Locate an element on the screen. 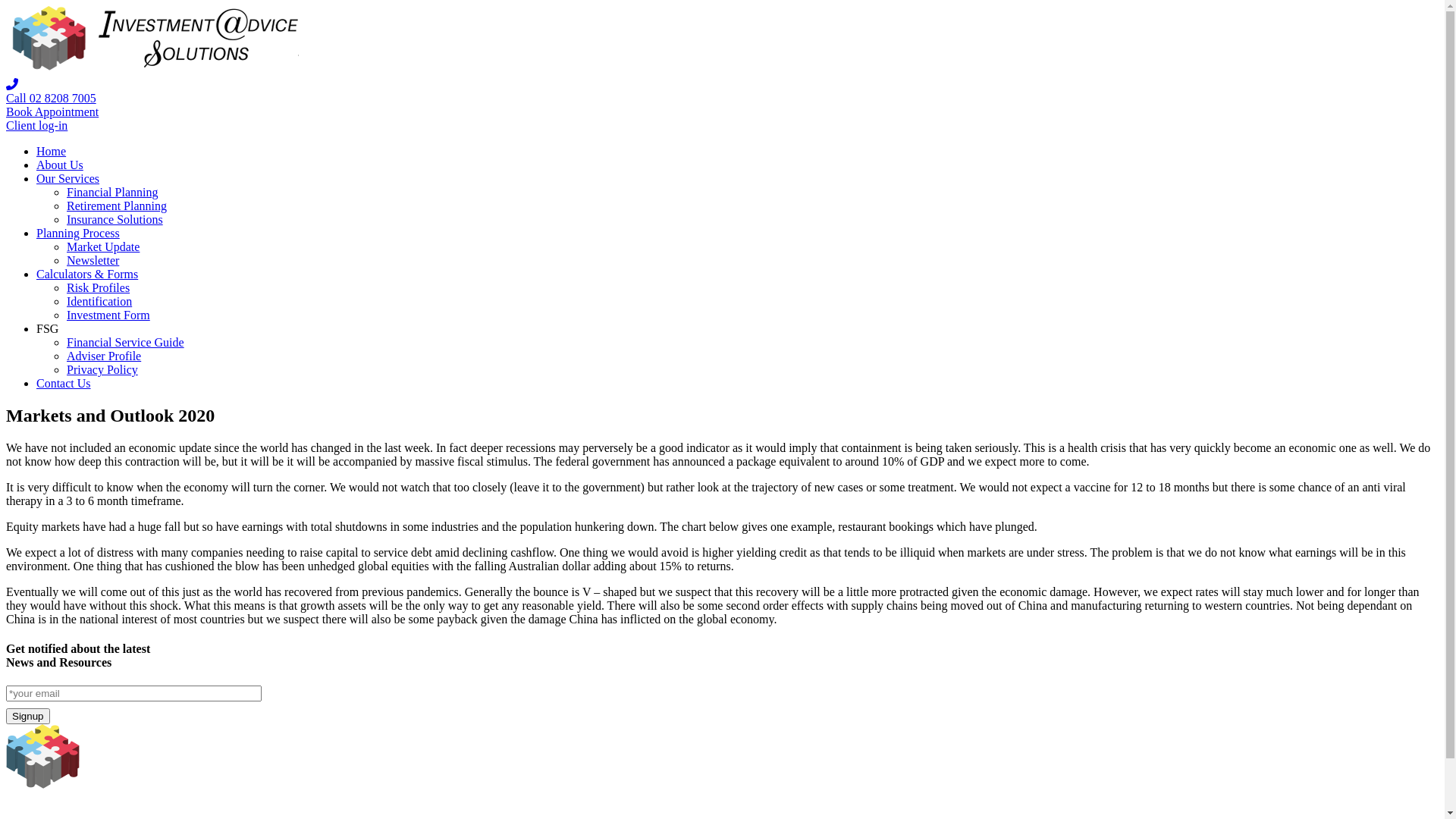 Image resolution: width=1456 pixels, height=819 pixels. 'Book Appointment' is located at coordinates (52, 111).